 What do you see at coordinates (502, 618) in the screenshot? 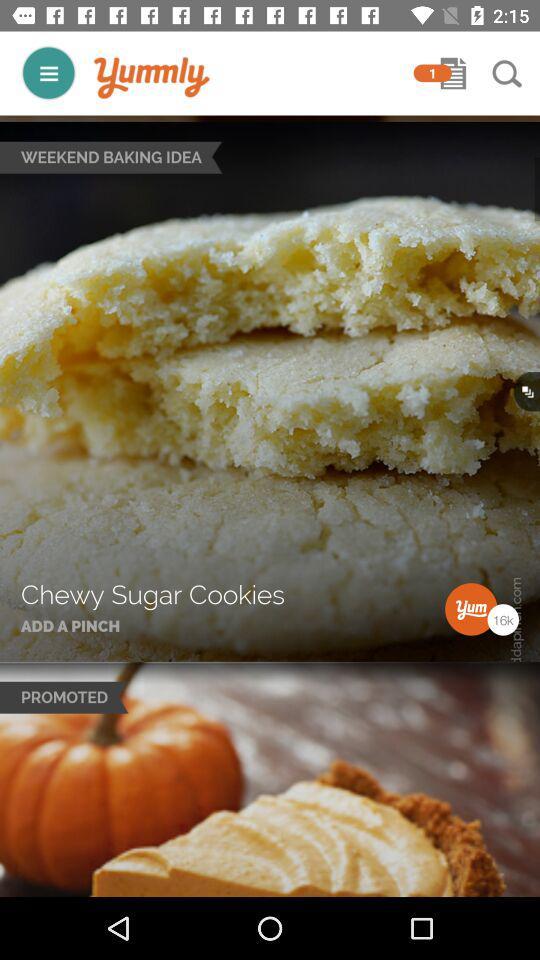
I see `16 k in bottom` at bounding box center [502, 618].